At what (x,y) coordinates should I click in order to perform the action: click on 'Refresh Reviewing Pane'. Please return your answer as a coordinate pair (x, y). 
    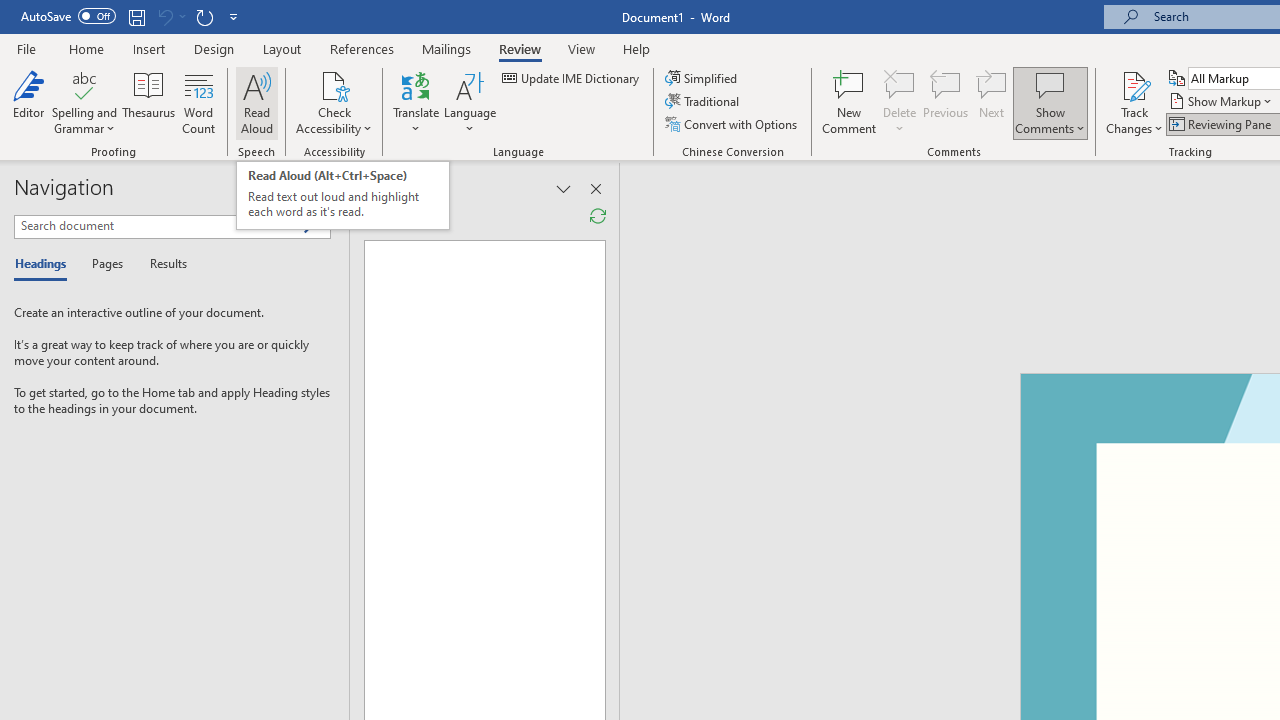
    Looking at the image, I should click on (596, 216).